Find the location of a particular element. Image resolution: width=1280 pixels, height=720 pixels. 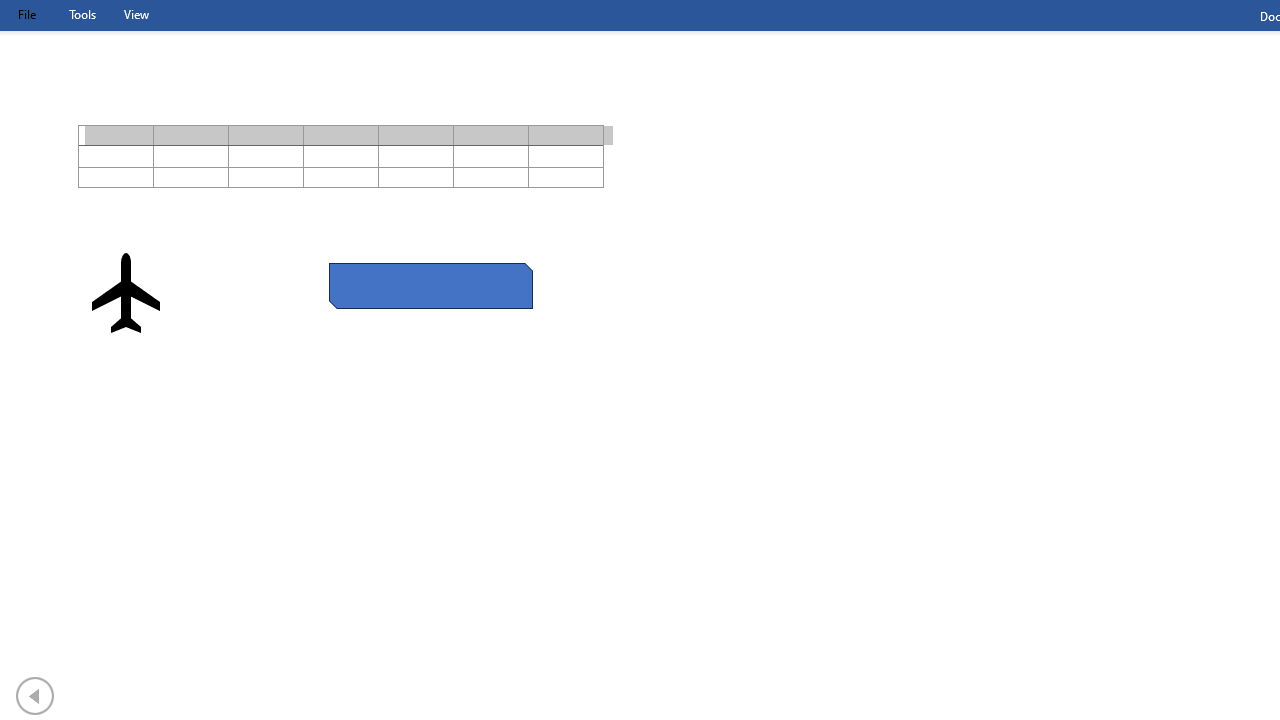

'Airplane with solid fill' is located at coordinates (125, 293).